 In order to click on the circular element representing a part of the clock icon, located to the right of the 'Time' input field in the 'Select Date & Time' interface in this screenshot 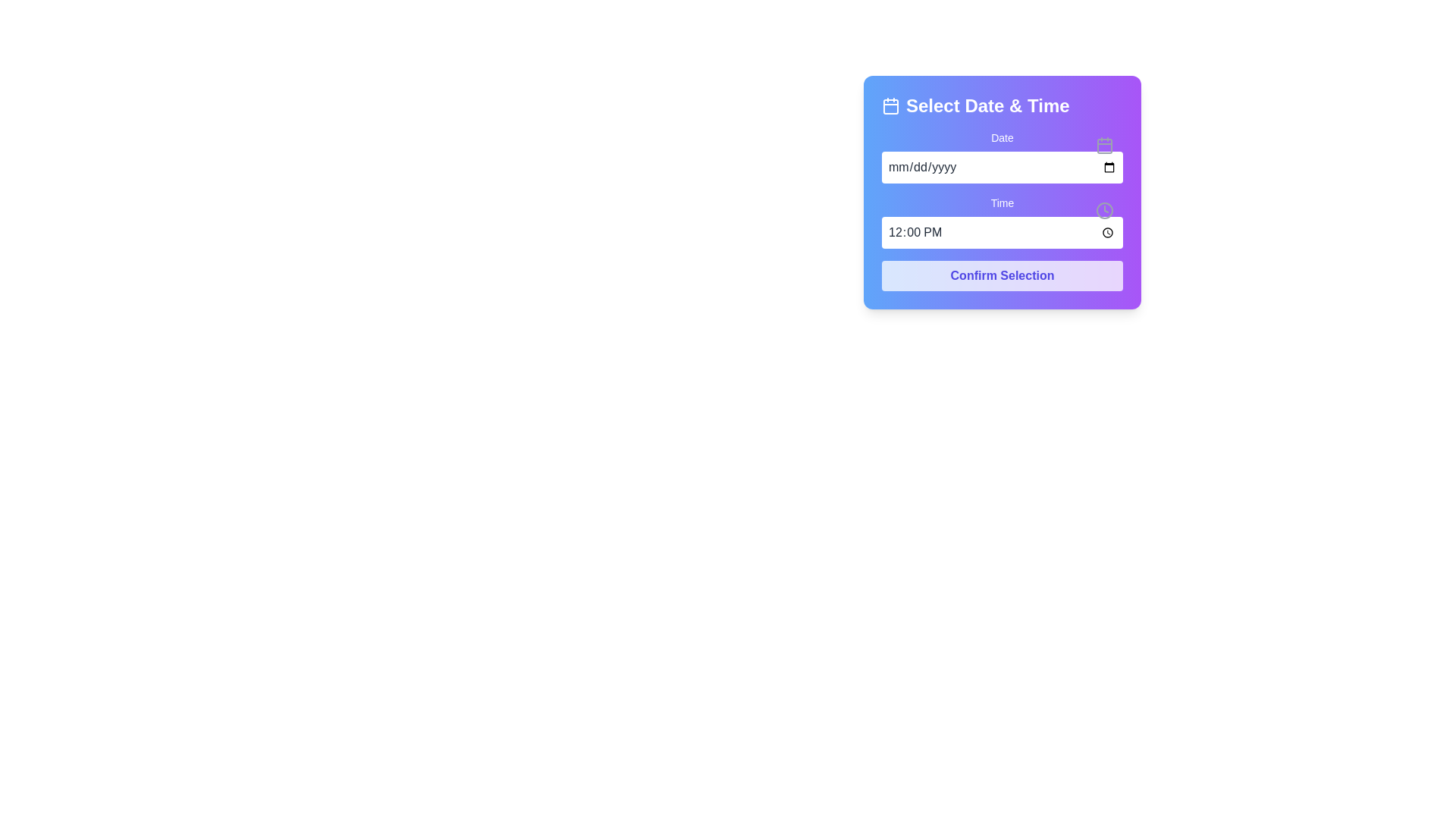, I will do `click(1105, 210)`.